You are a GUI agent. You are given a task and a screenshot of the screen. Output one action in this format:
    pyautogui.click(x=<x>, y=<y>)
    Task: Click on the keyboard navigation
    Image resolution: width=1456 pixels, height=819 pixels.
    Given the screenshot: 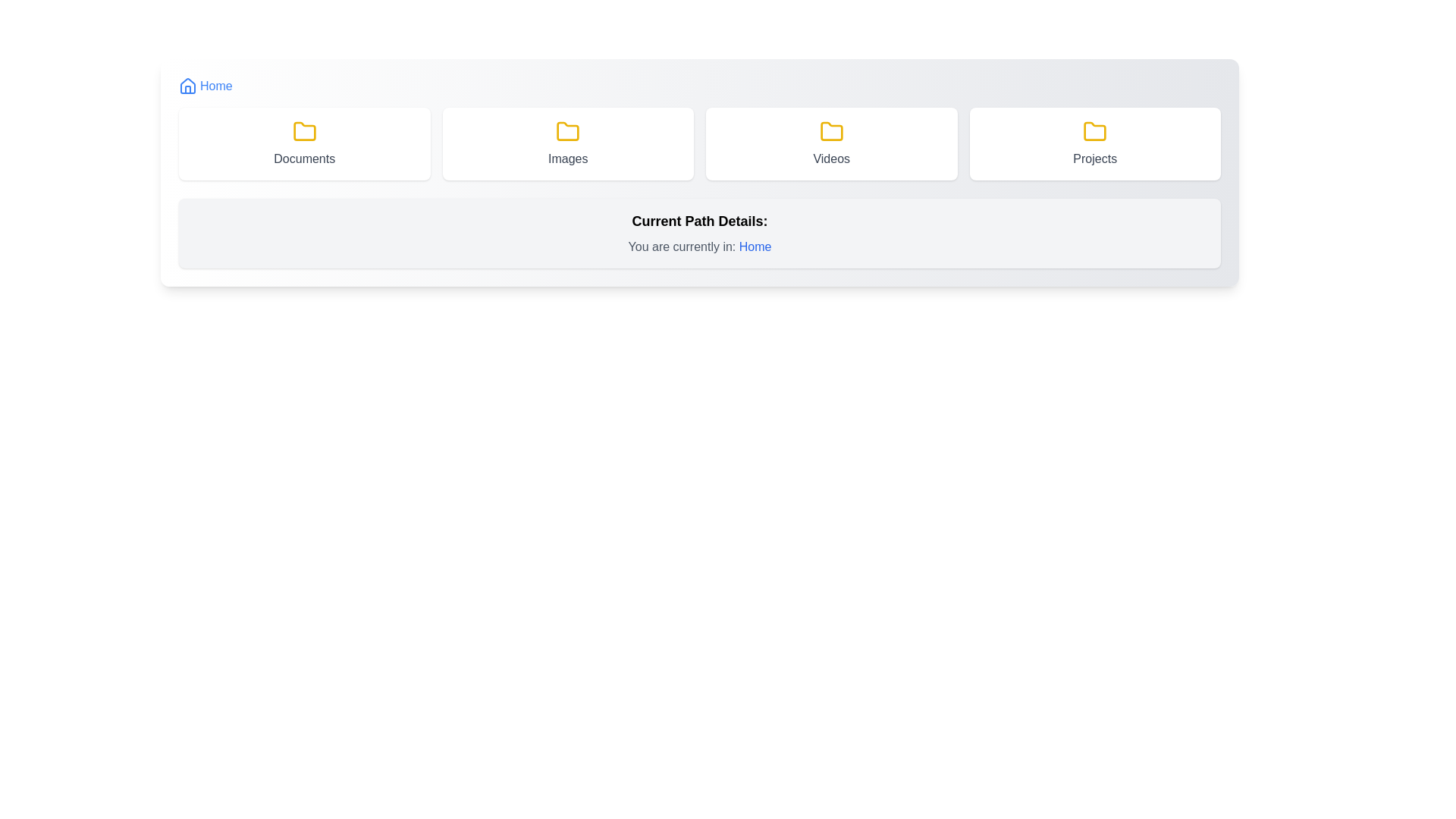 What is the action you would take?
    pyautogui.click(x=830, y=130)
    